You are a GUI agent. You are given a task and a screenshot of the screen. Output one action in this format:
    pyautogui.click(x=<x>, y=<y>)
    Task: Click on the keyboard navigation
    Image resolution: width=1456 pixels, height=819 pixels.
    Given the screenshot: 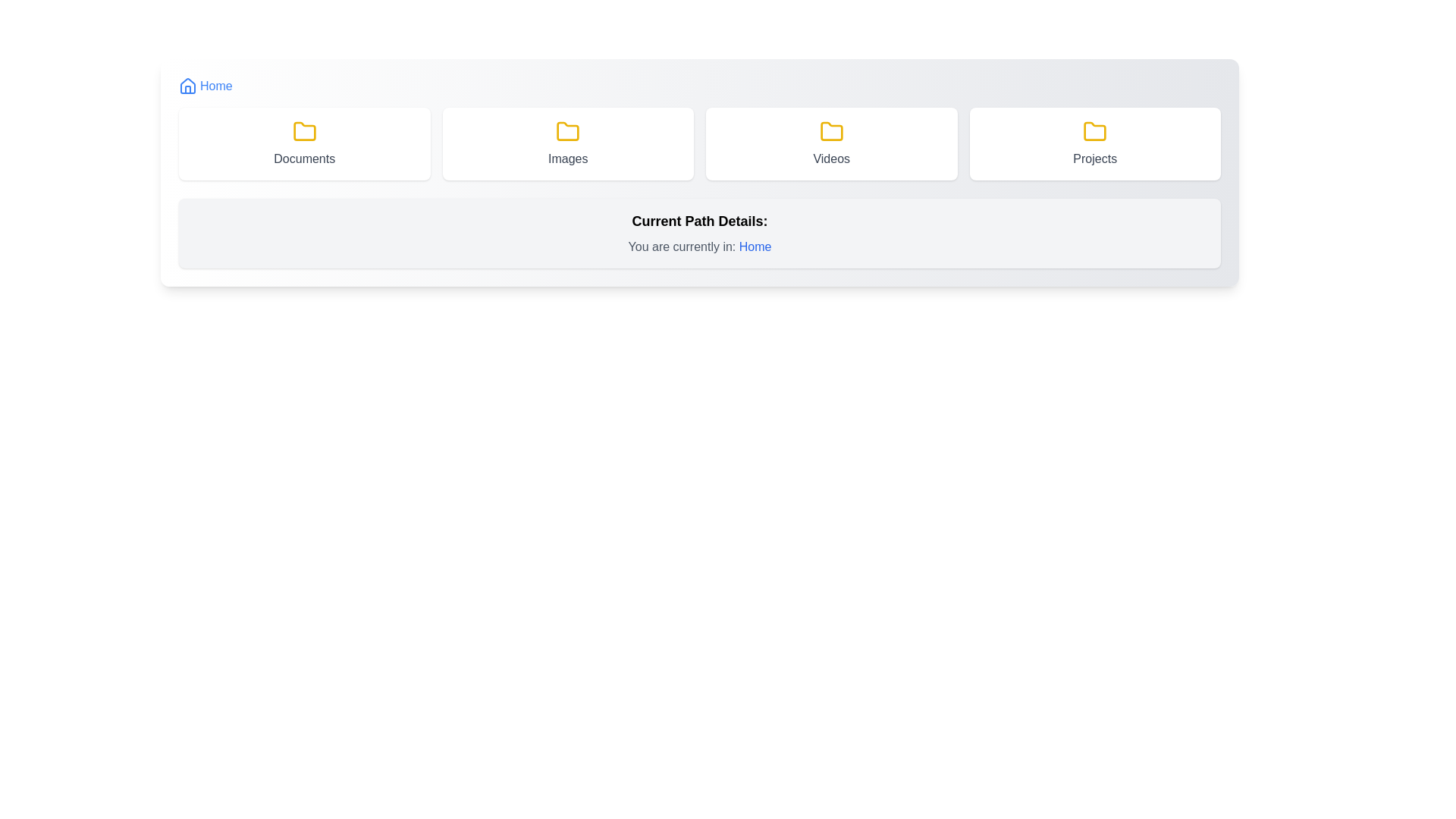 What is the action you would take?
    pyautogui.click(x=830, y=130)
    